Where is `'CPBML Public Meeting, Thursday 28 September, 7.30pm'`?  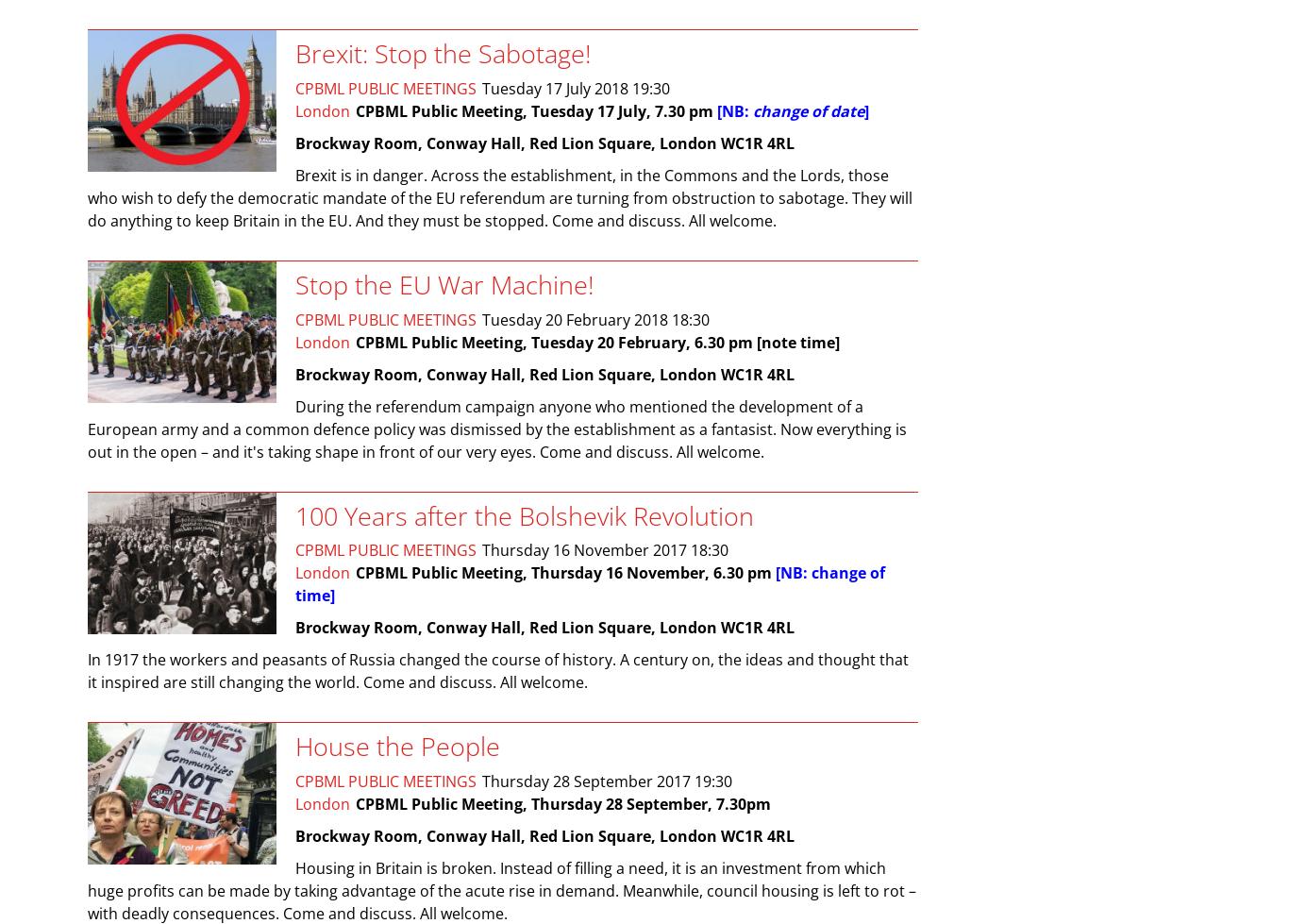
'CPBML Public Meeting, Thursday 28 September, 7.30pm' is located at coordinates (561, 803).